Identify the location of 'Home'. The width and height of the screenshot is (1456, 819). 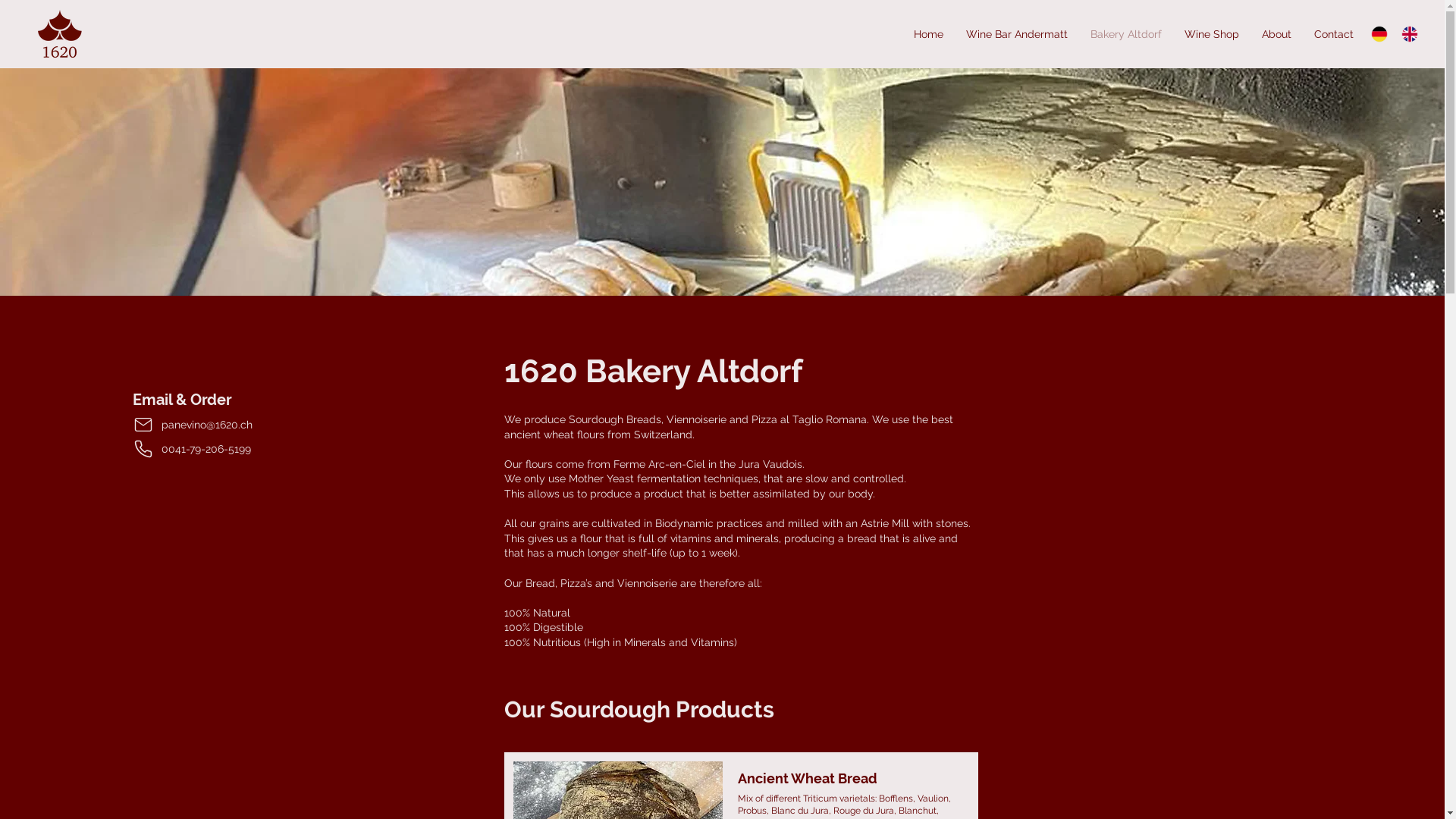
(927, 34).